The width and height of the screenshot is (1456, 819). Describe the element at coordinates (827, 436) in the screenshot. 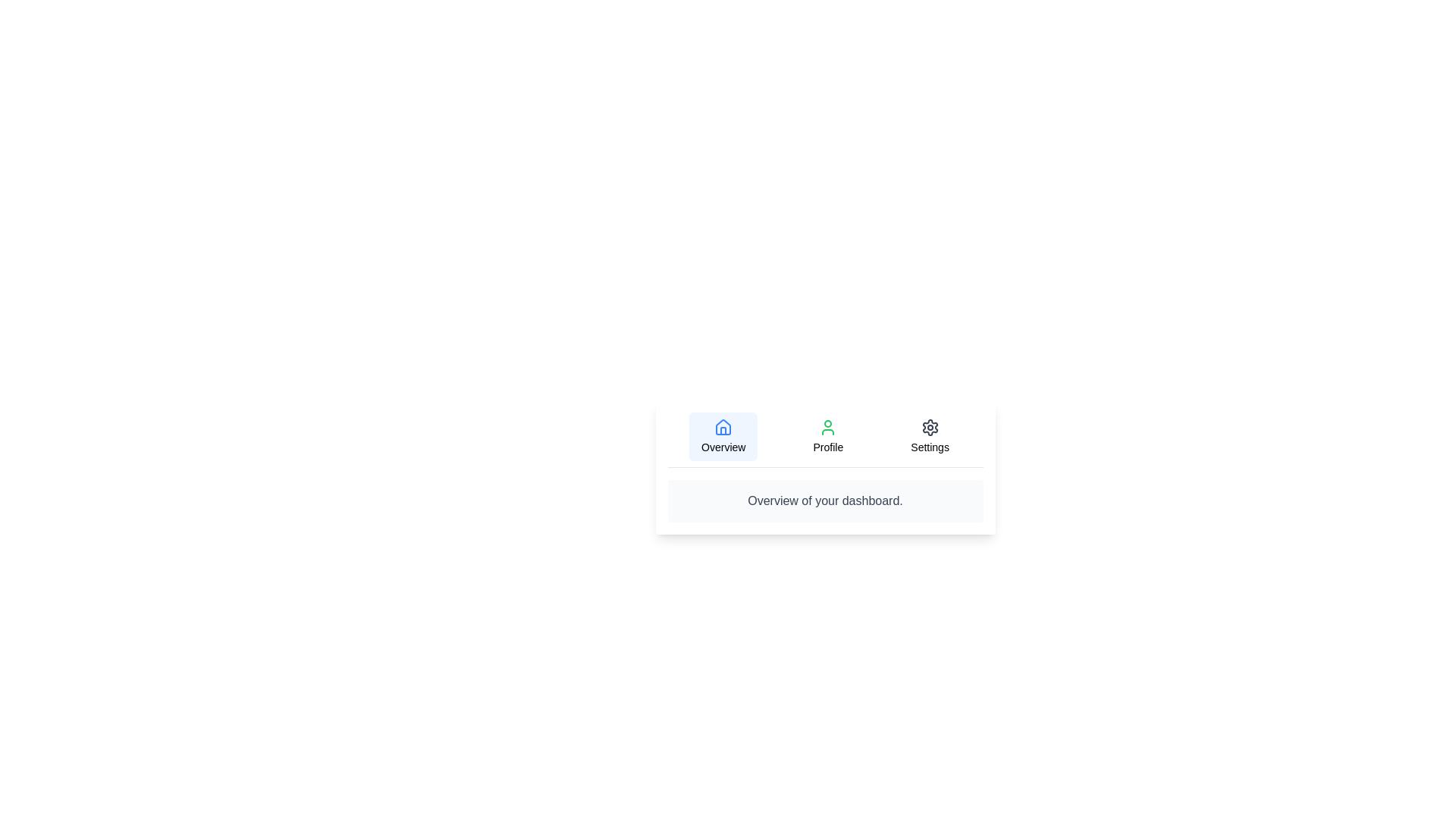

I see `the text portion labeled Profile to select it` at that location.